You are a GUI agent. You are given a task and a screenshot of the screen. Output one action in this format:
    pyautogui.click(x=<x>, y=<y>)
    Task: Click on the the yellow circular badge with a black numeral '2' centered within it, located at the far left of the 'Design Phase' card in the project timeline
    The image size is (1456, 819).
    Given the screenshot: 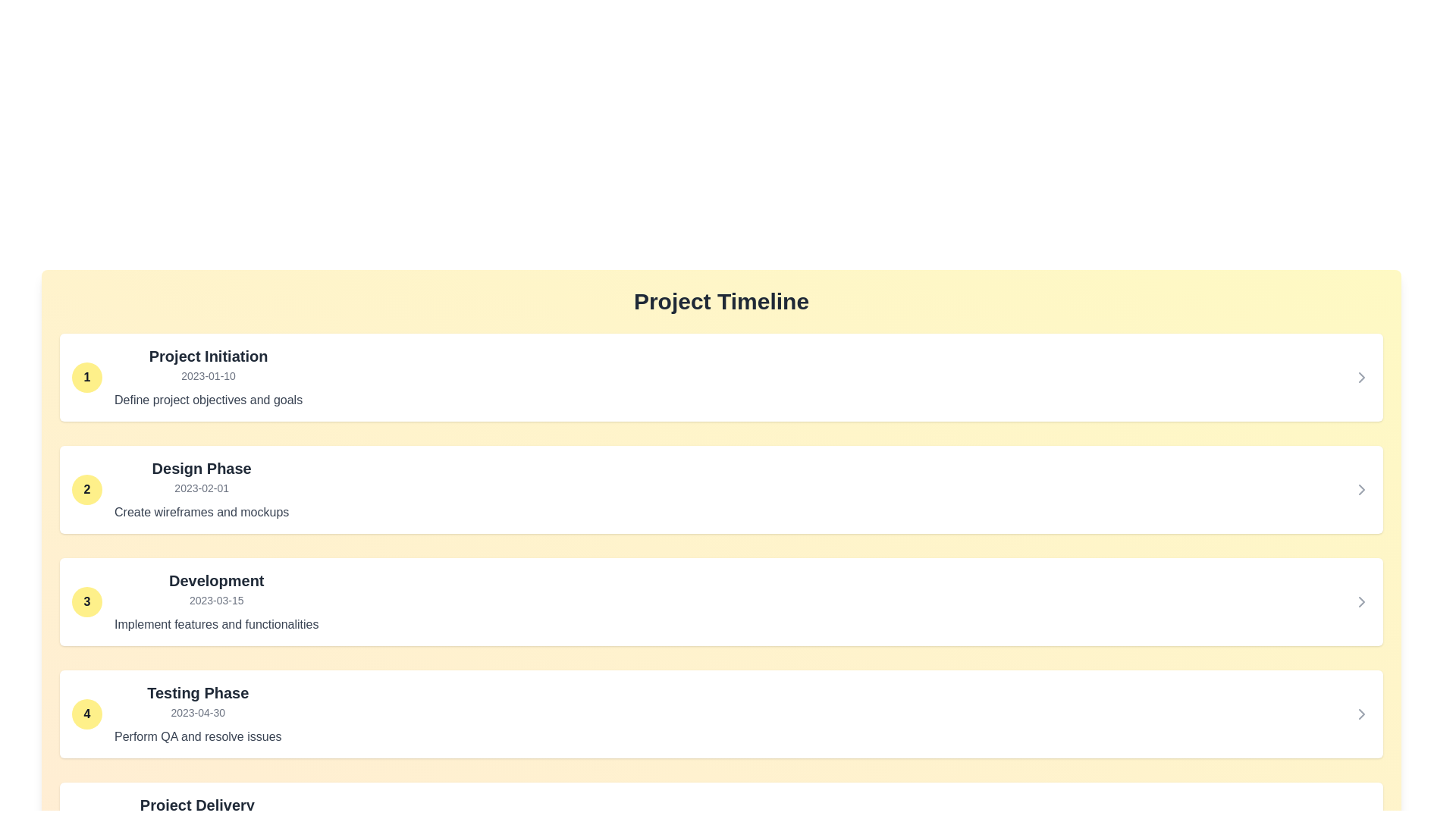 What is the action you would take?
    pyautogui.click(x=86, y=489)
    